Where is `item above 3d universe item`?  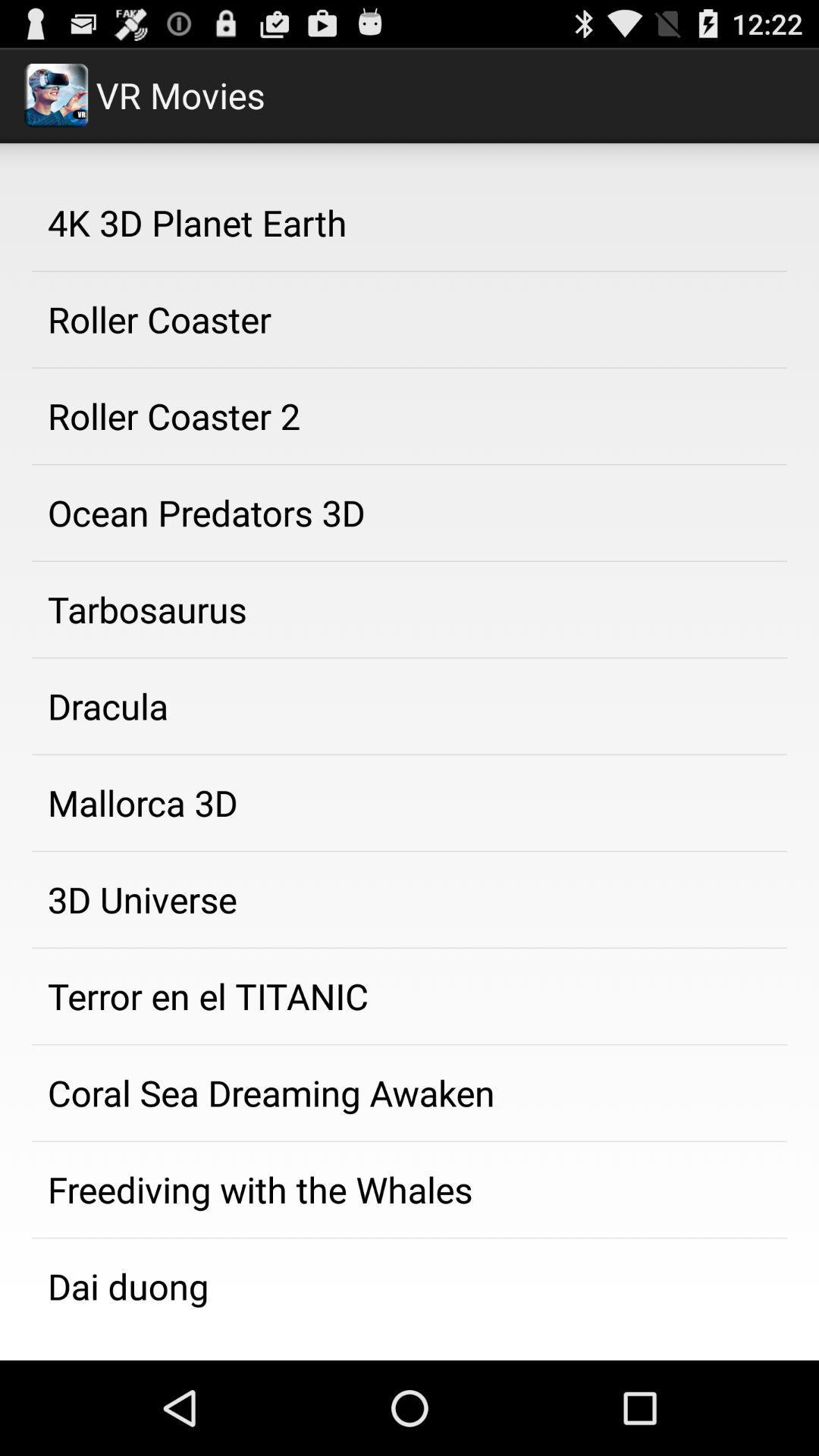 item above 3d universe item is located at coordinates (409, 802).